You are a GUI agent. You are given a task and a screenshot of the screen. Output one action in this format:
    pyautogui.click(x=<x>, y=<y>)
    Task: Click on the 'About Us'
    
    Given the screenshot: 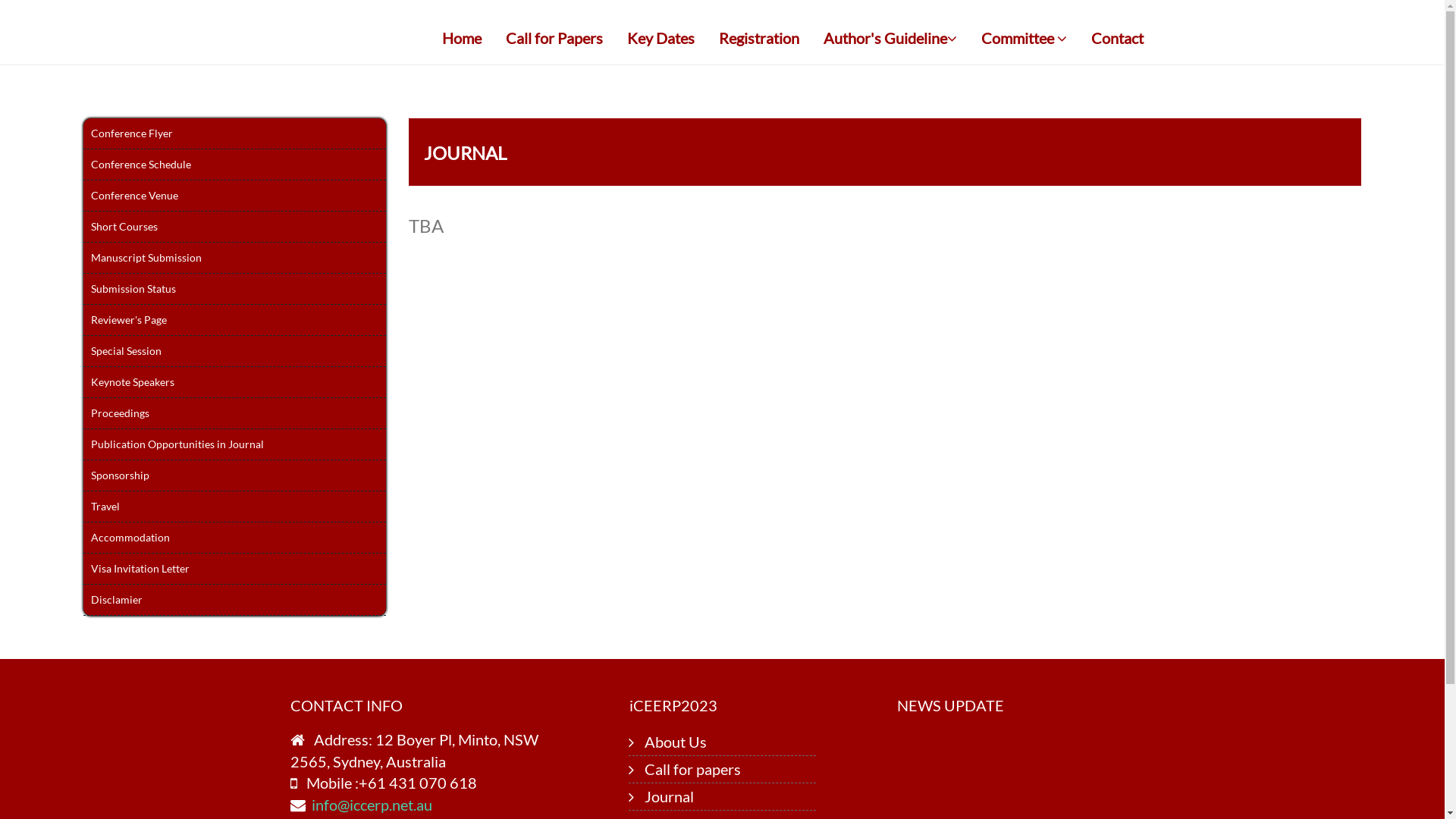 What is the action you would take?
    pyautogui.click(x=644, y=741)
    